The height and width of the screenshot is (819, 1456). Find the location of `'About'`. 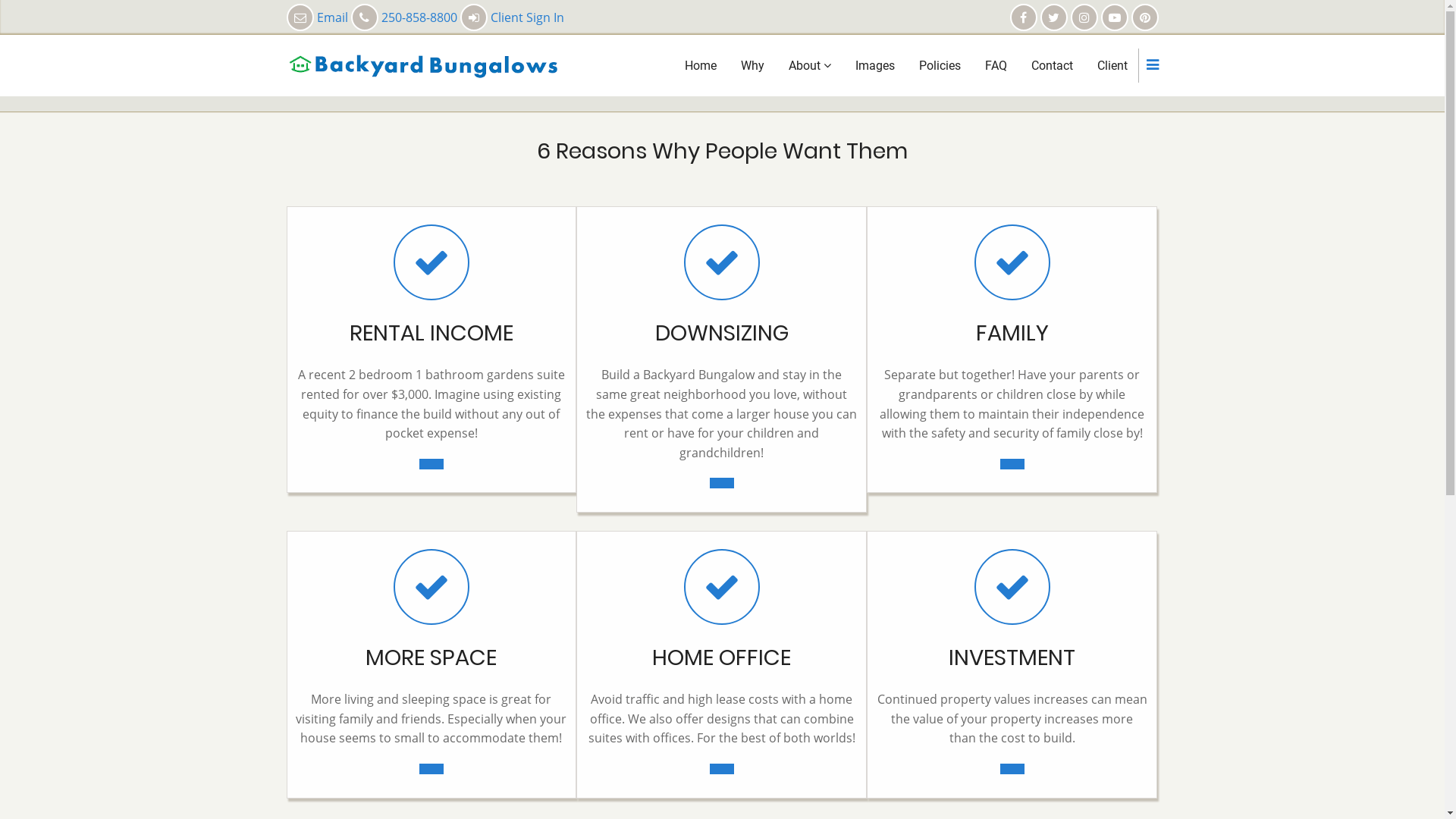

'About' is located at coordinates (778, 64).